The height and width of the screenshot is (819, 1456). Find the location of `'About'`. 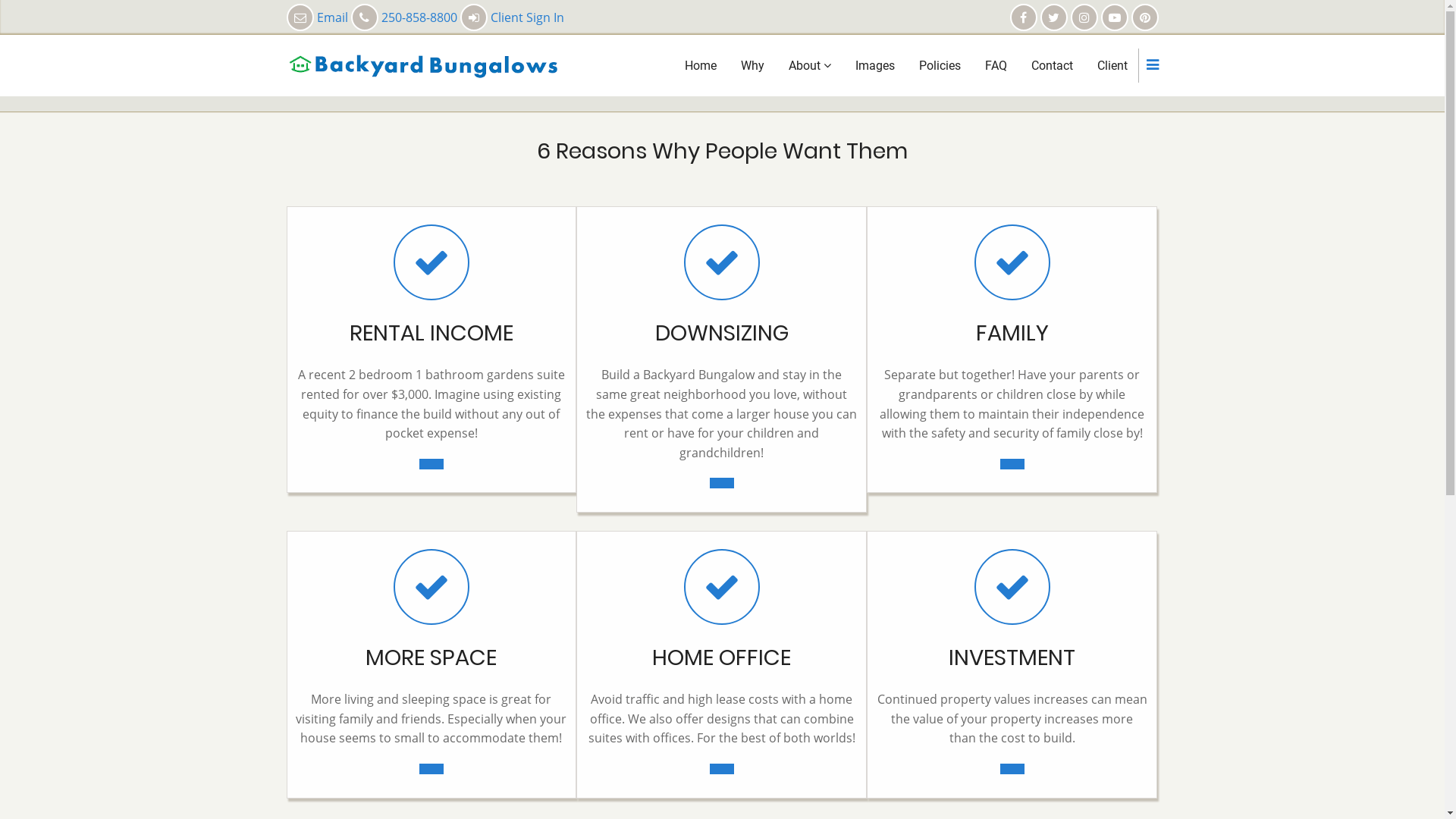

'About' is located at coordinates (778, 64).